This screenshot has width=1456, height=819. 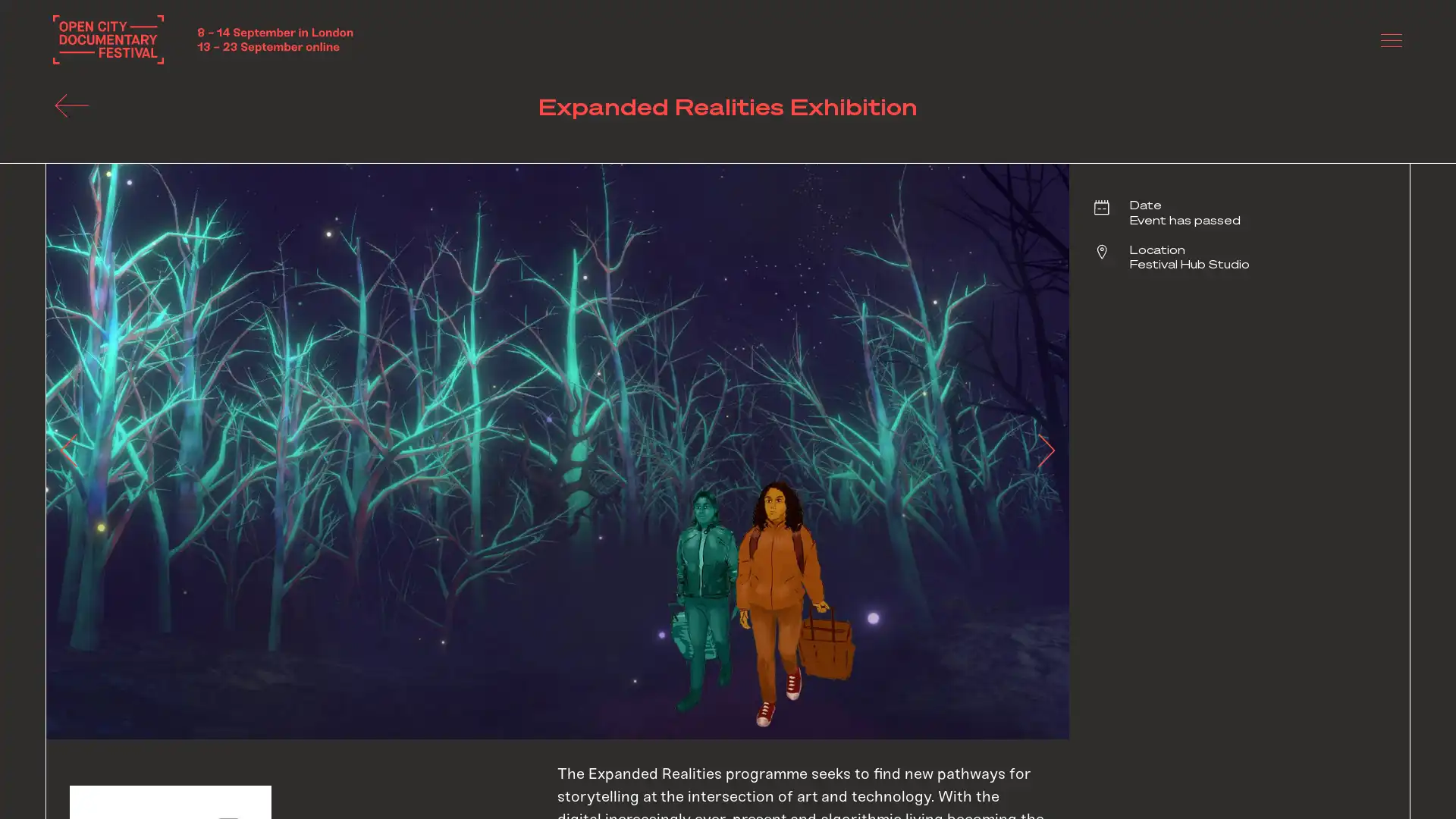 What do you see at coordinates (1037, 450) in the screenshot?
I see `Next` at bounding box center [1037, 450].